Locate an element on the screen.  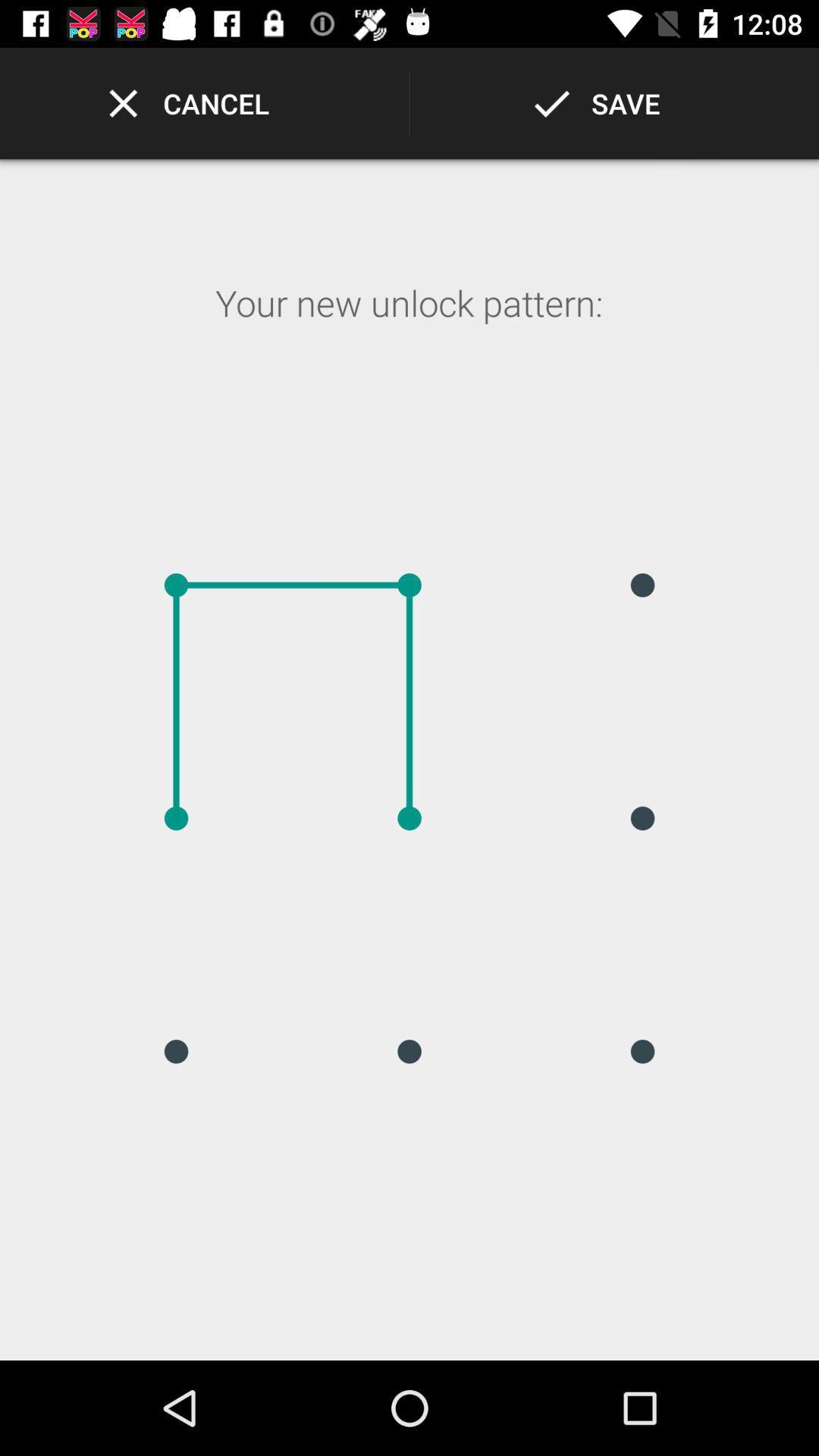
the your new unlock item is located at coordinates (408, 322).